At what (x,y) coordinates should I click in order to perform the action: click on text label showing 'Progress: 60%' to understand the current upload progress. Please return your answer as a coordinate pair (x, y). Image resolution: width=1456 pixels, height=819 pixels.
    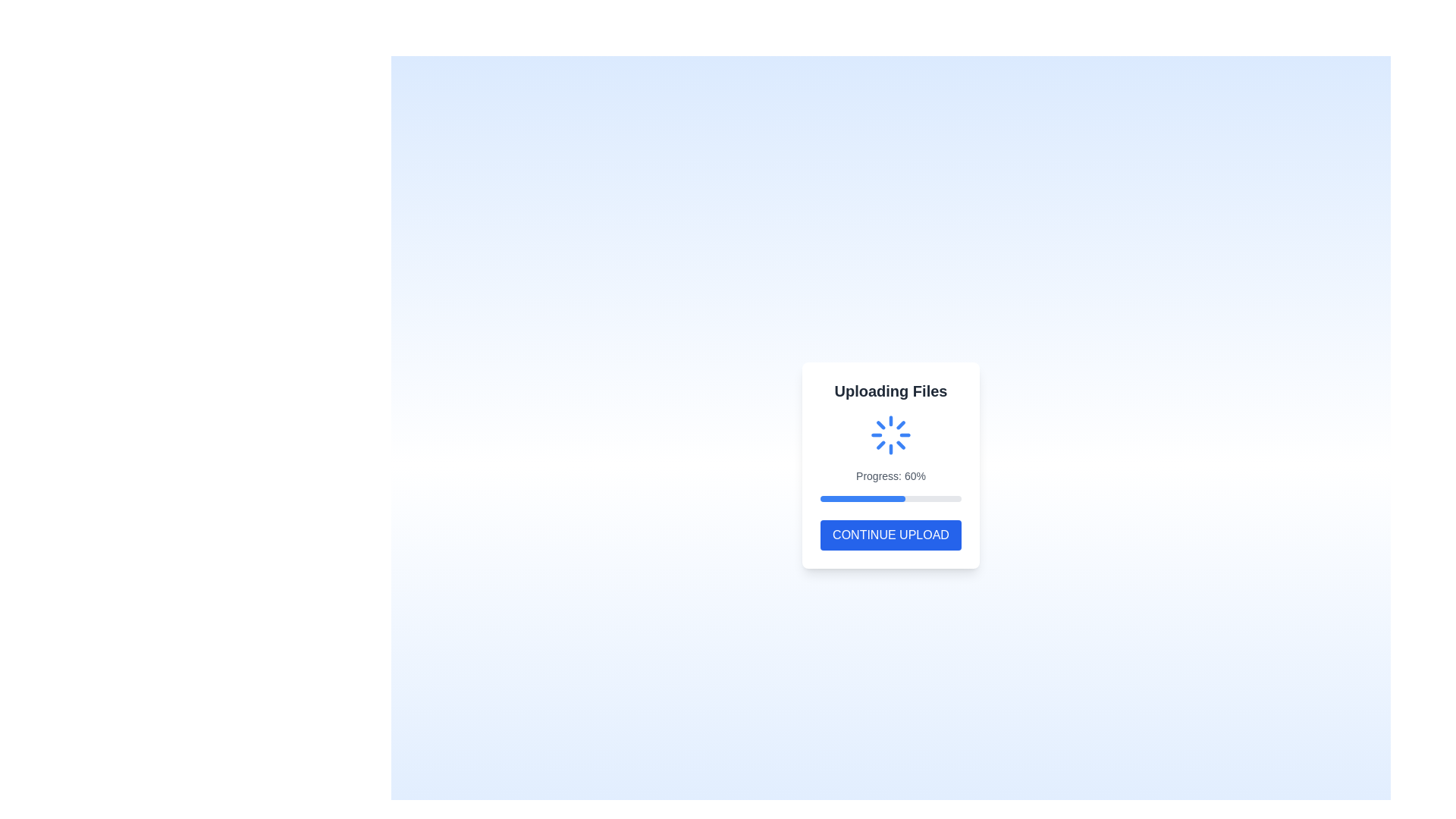
    Looking at the image, I should click on (891, 475).